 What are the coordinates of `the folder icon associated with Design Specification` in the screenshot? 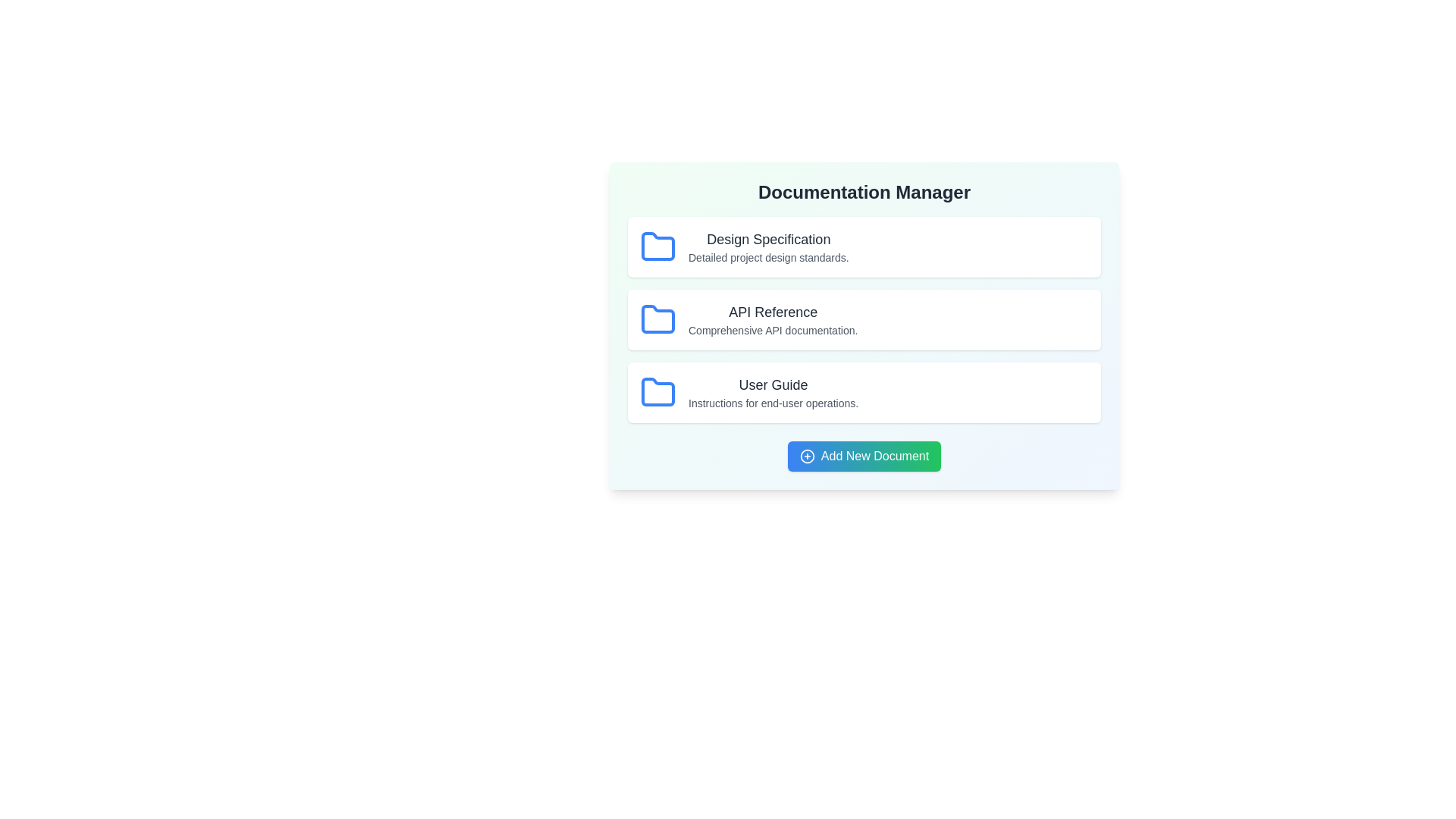 It's located at (658, 246).